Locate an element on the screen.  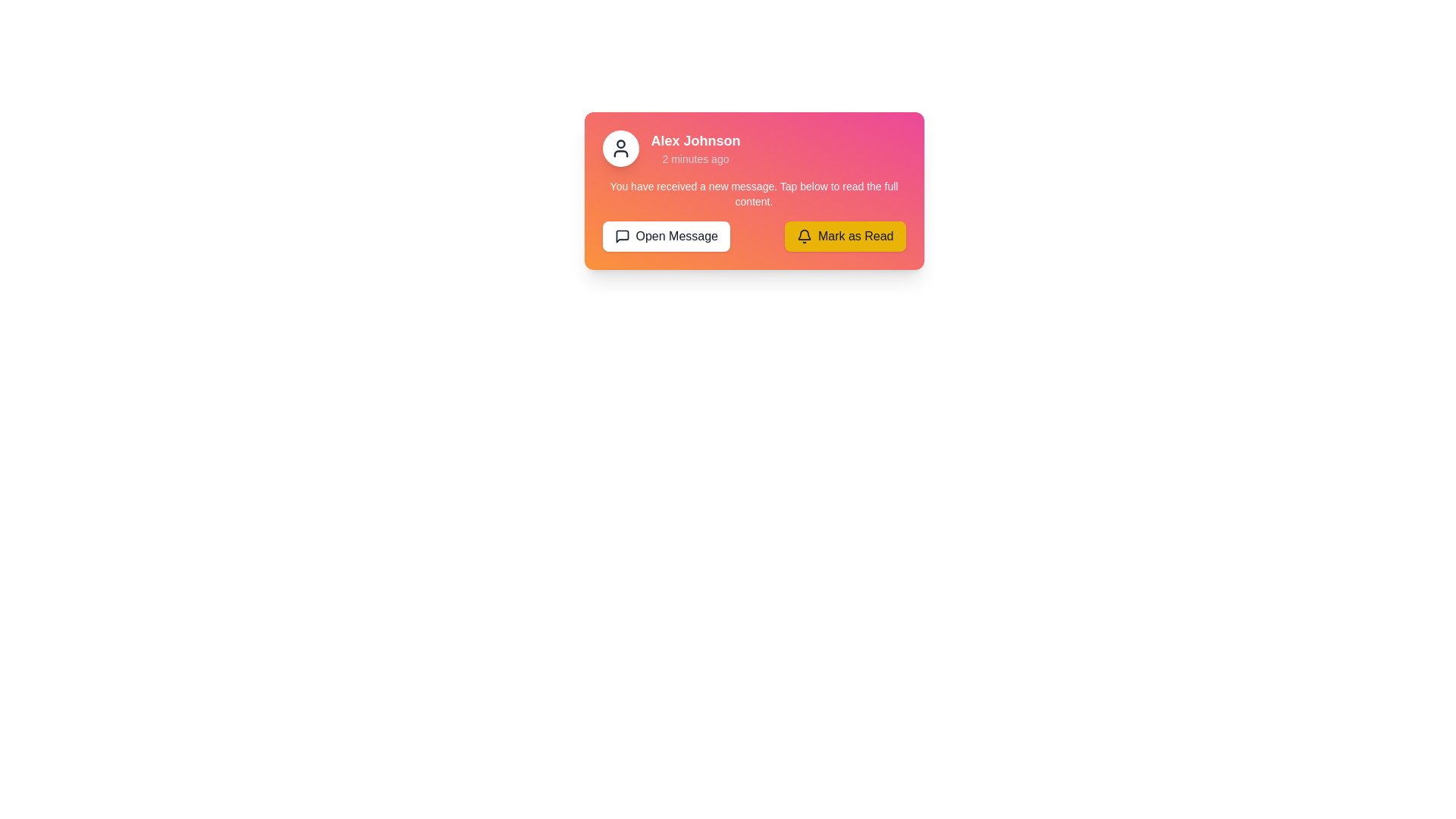
the notification icon located in the top-left corner of the card associated with user 'Alex Johnson' is located at coordinates (620, 149).